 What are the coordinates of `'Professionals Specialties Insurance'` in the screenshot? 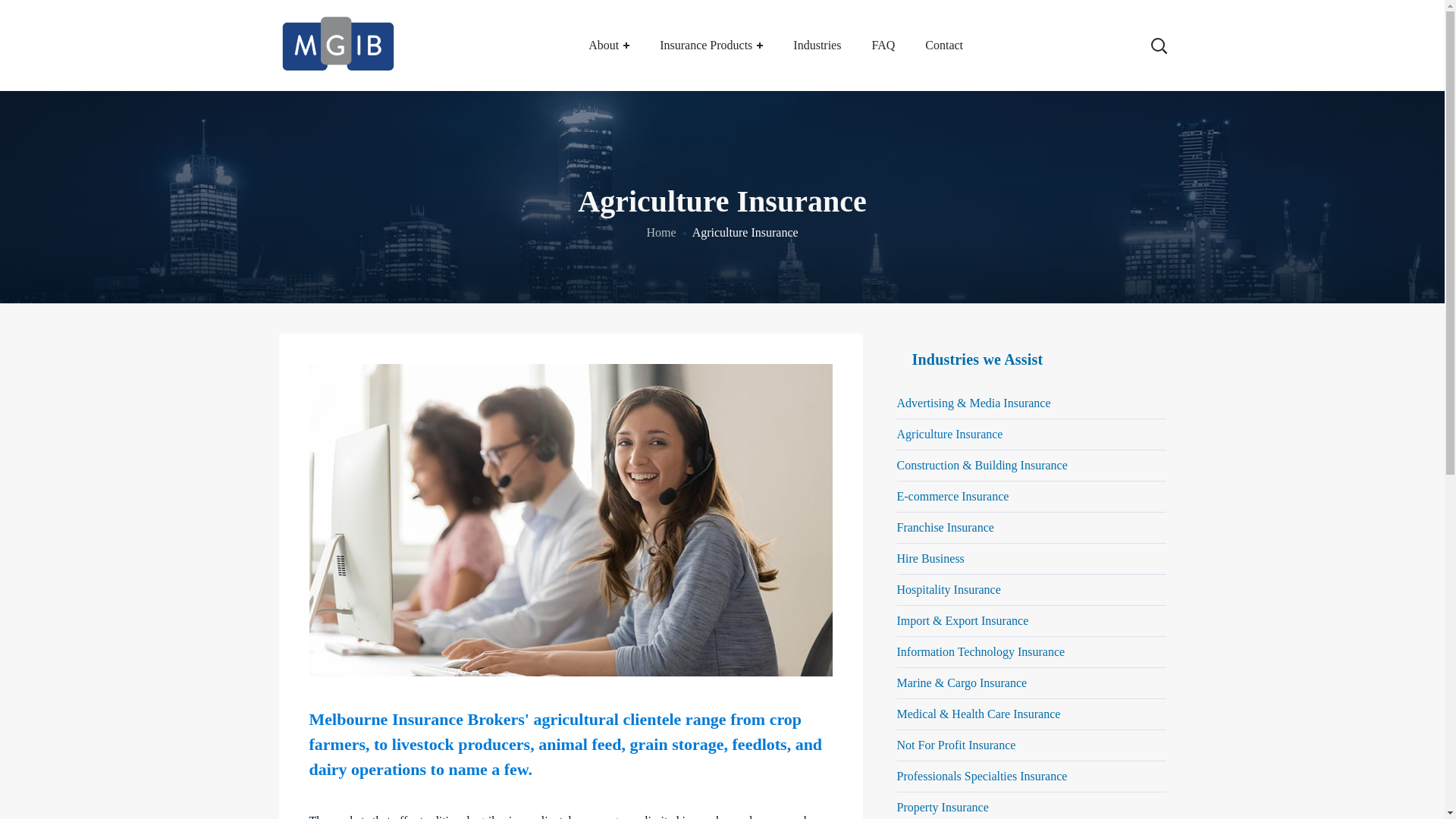 It's located at (896, 777).